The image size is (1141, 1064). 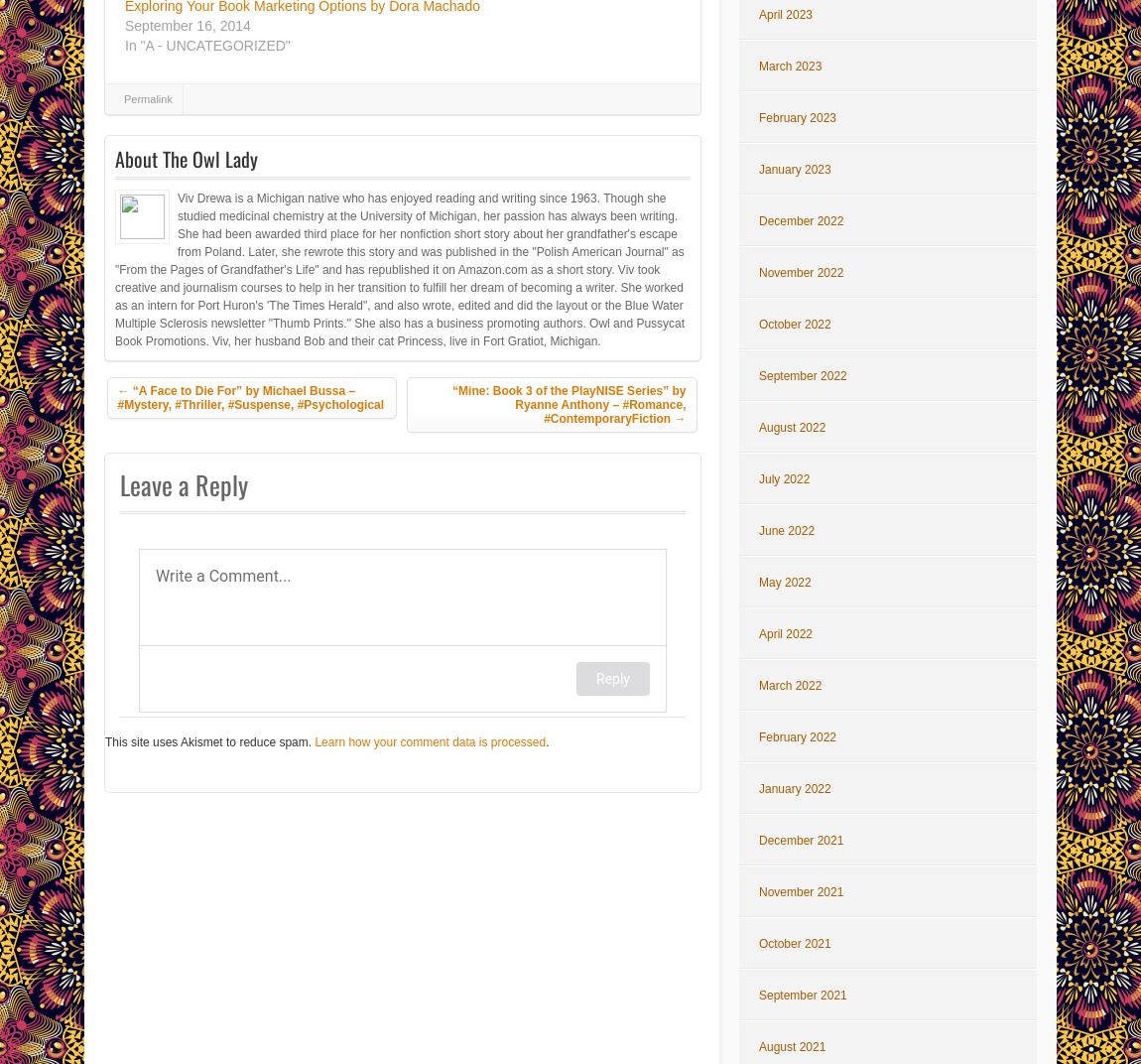 I want to click on 'July 2022', so click(x=757, y=479).